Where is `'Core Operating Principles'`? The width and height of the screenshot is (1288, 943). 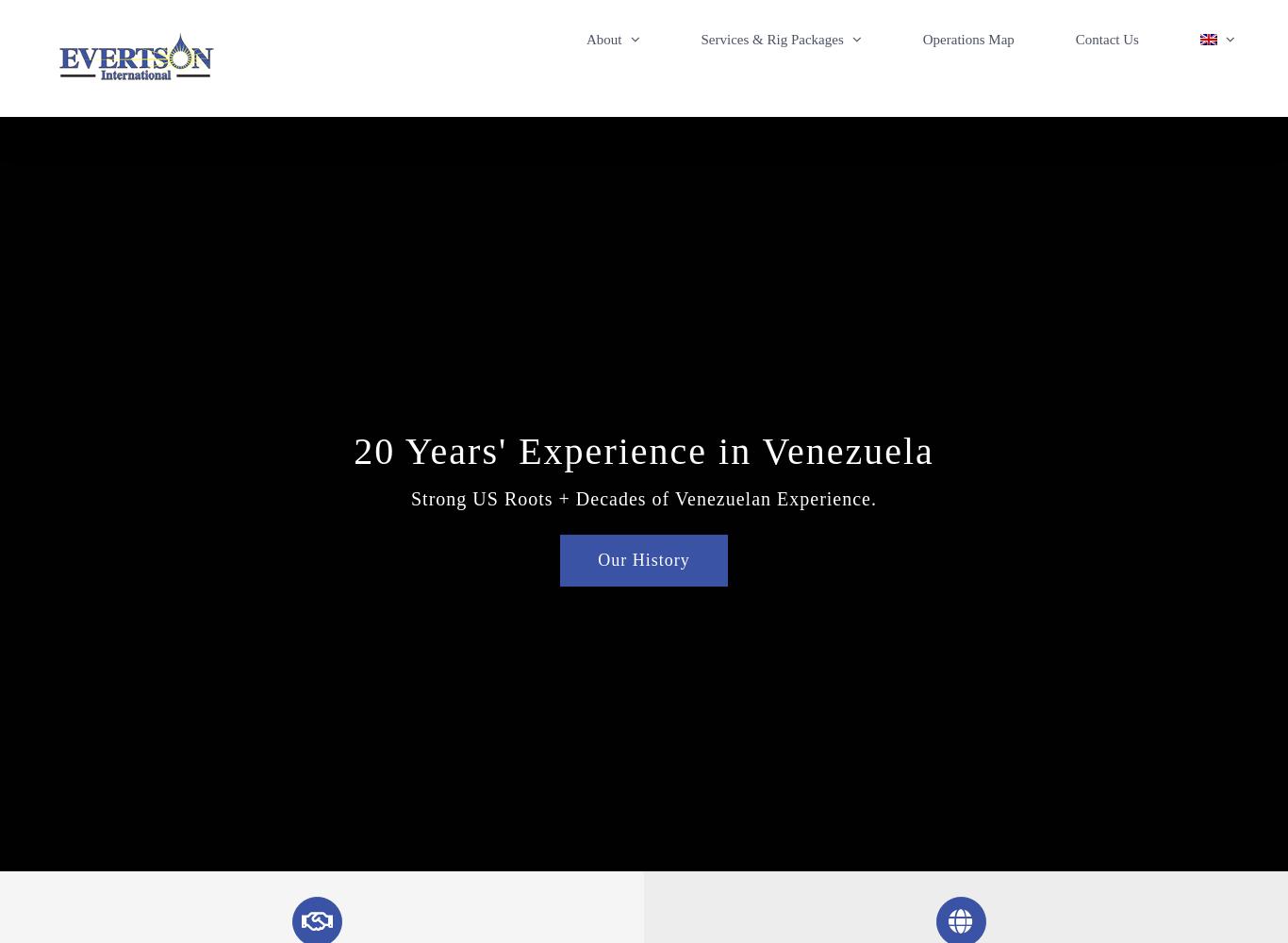
'Core Operating Principles' is located at coordinates (687, 125).